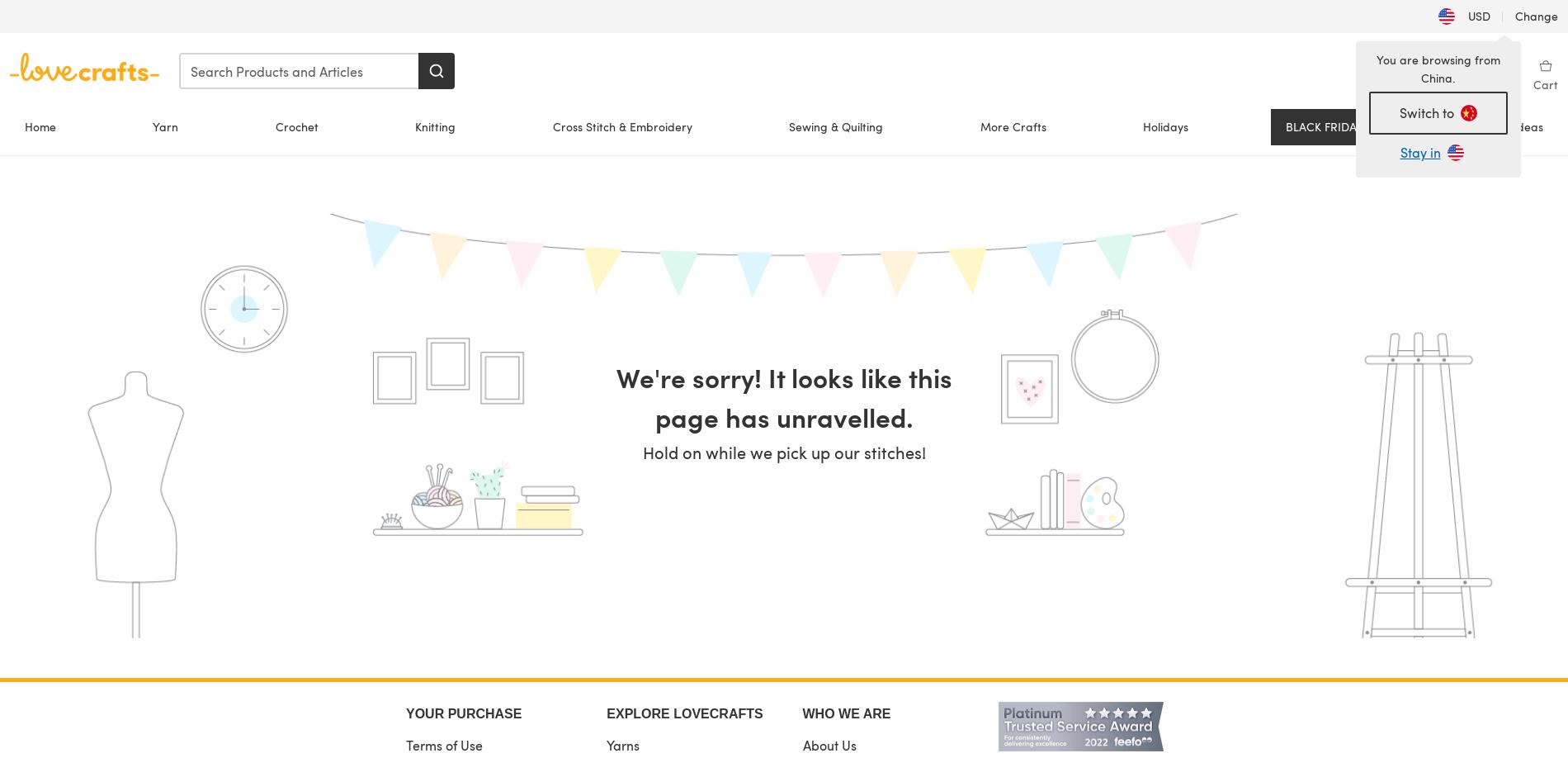 This screenshot has width=1568, height=758. What do you see at coordinates (295, 126) in the screenshot?
I see `'Crochet'` at bounding box center [295, 126].